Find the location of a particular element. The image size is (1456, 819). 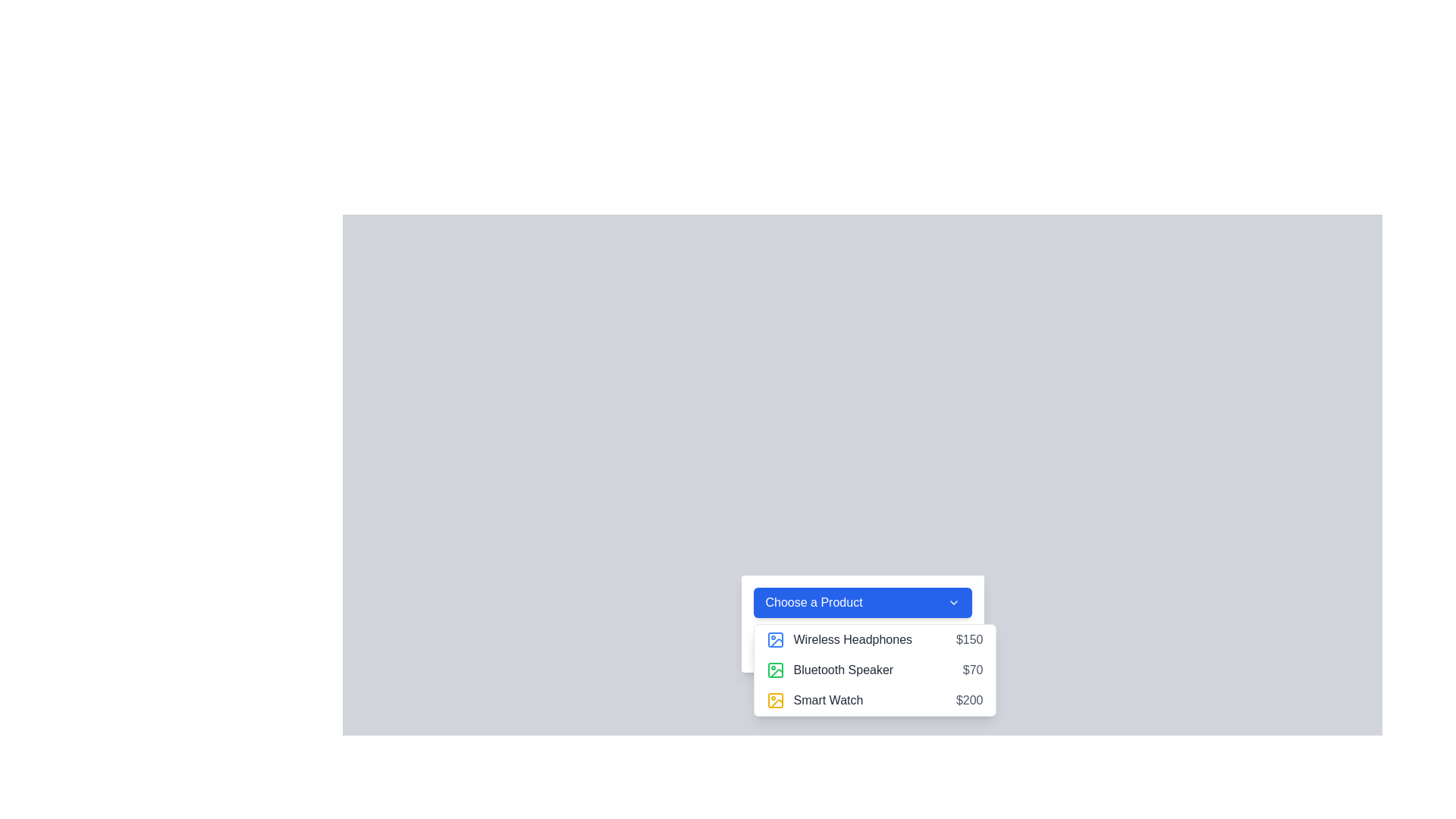

the green outlined icon representing an image frame located to the left of the 'Bluetooth Speaker' text in the dropdown menu is located at coordinates (775, 669).